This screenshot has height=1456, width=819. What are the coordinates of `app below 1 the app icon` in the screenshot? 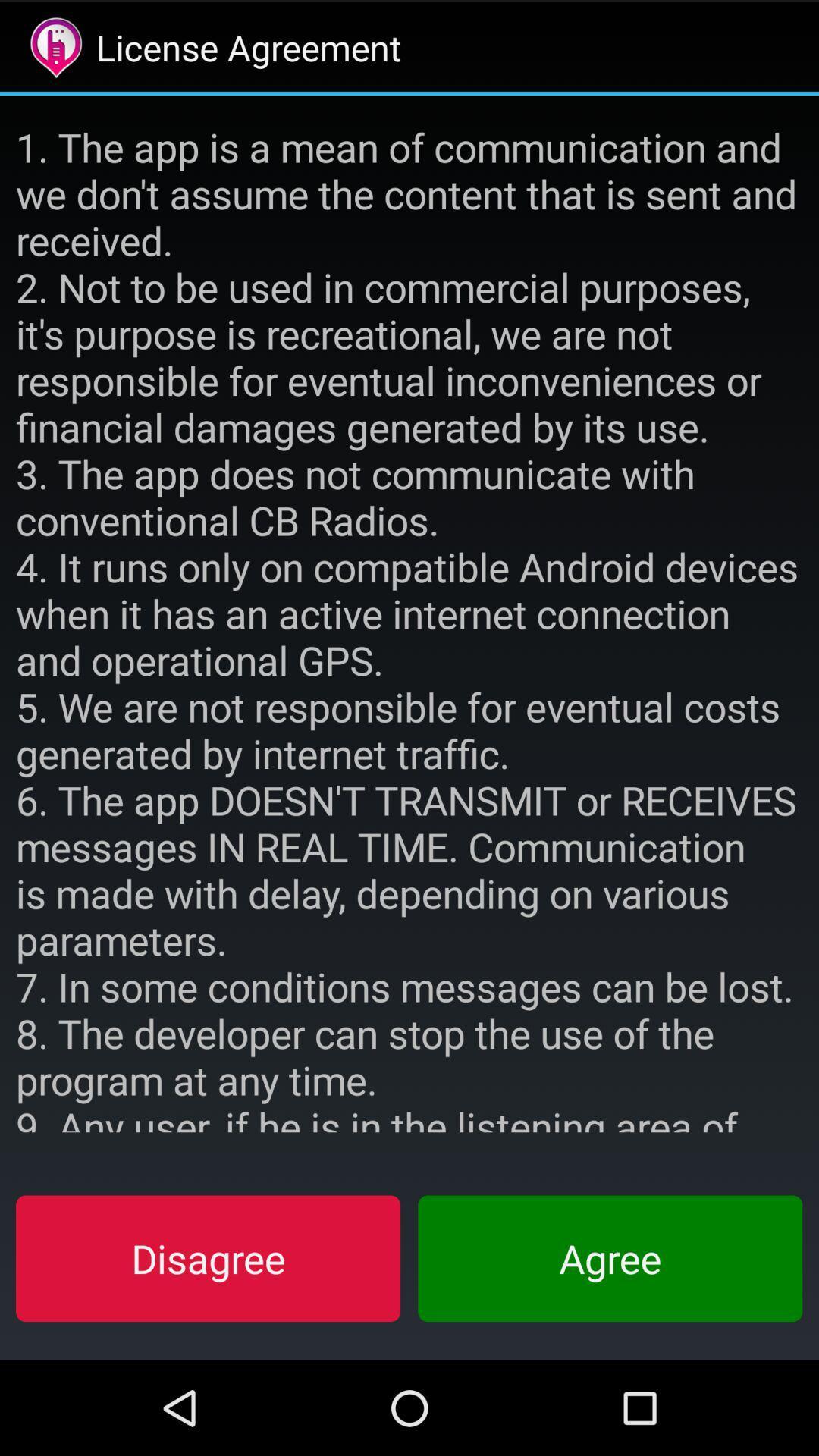 It's located at (208, 1258).